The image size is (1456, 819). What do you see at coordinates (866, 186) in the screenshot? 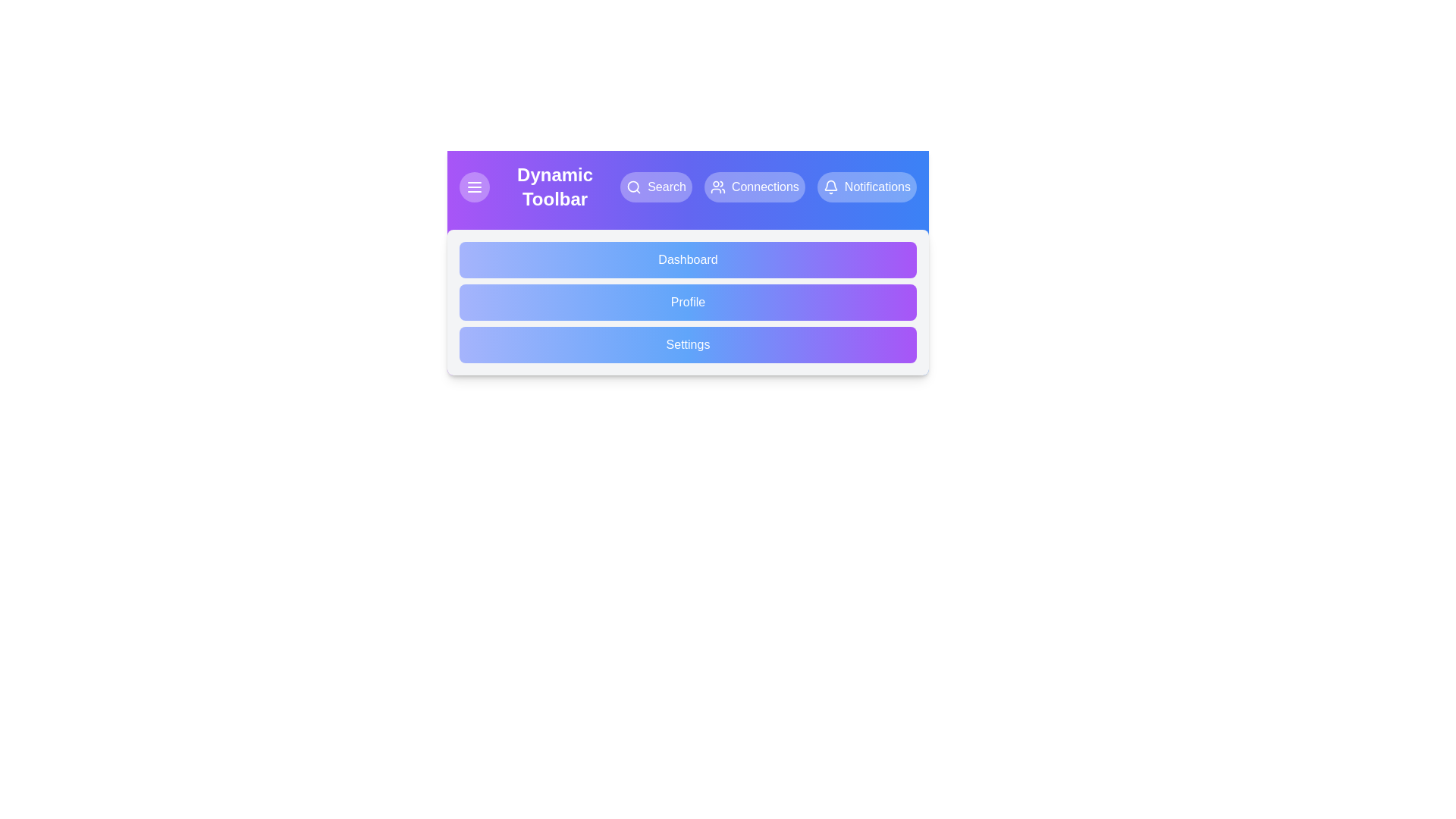
I see `'Notifications' button to check notifications` at bounding box center [866, 186].